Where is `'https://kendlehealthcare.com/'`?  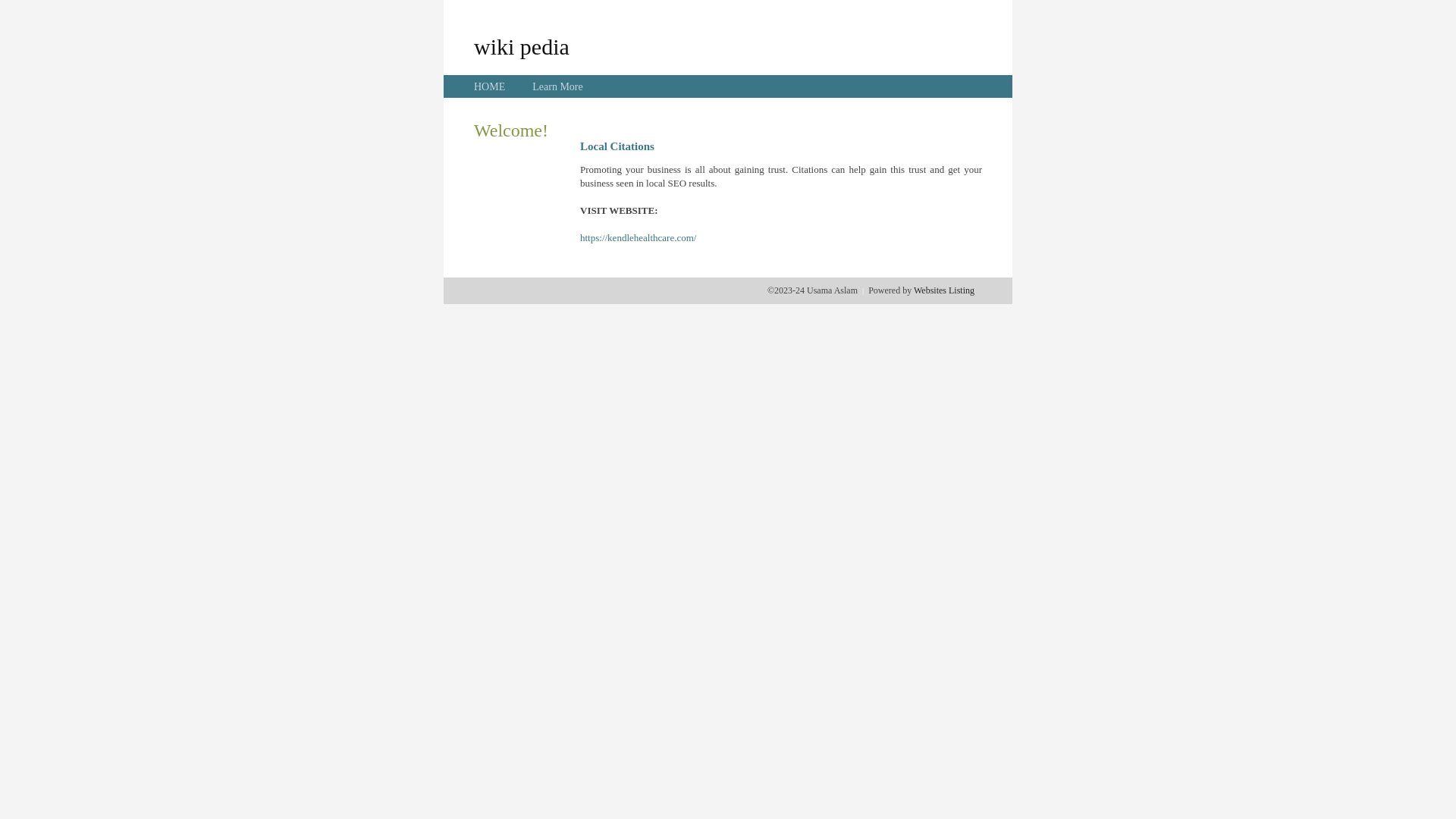
'https://kendlehealthcare.com/' is located at coordinates (638, 237).